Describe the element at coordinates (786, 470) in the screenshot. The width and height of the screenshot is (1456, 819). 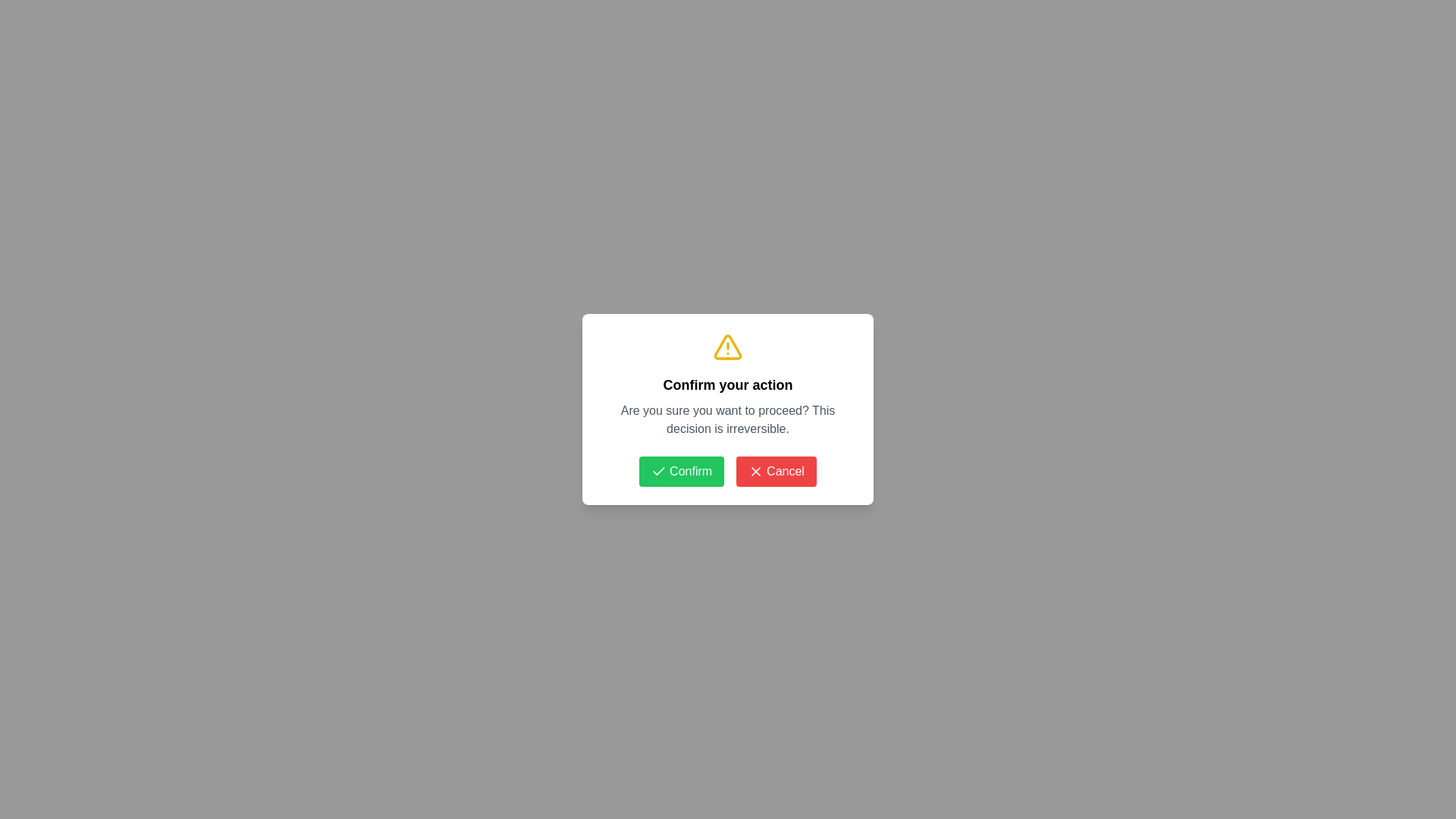
I see `text on the 'Cancel' button, which is styled with white text on a red background and is located on the right side of the confirmation dialog box` at that location.